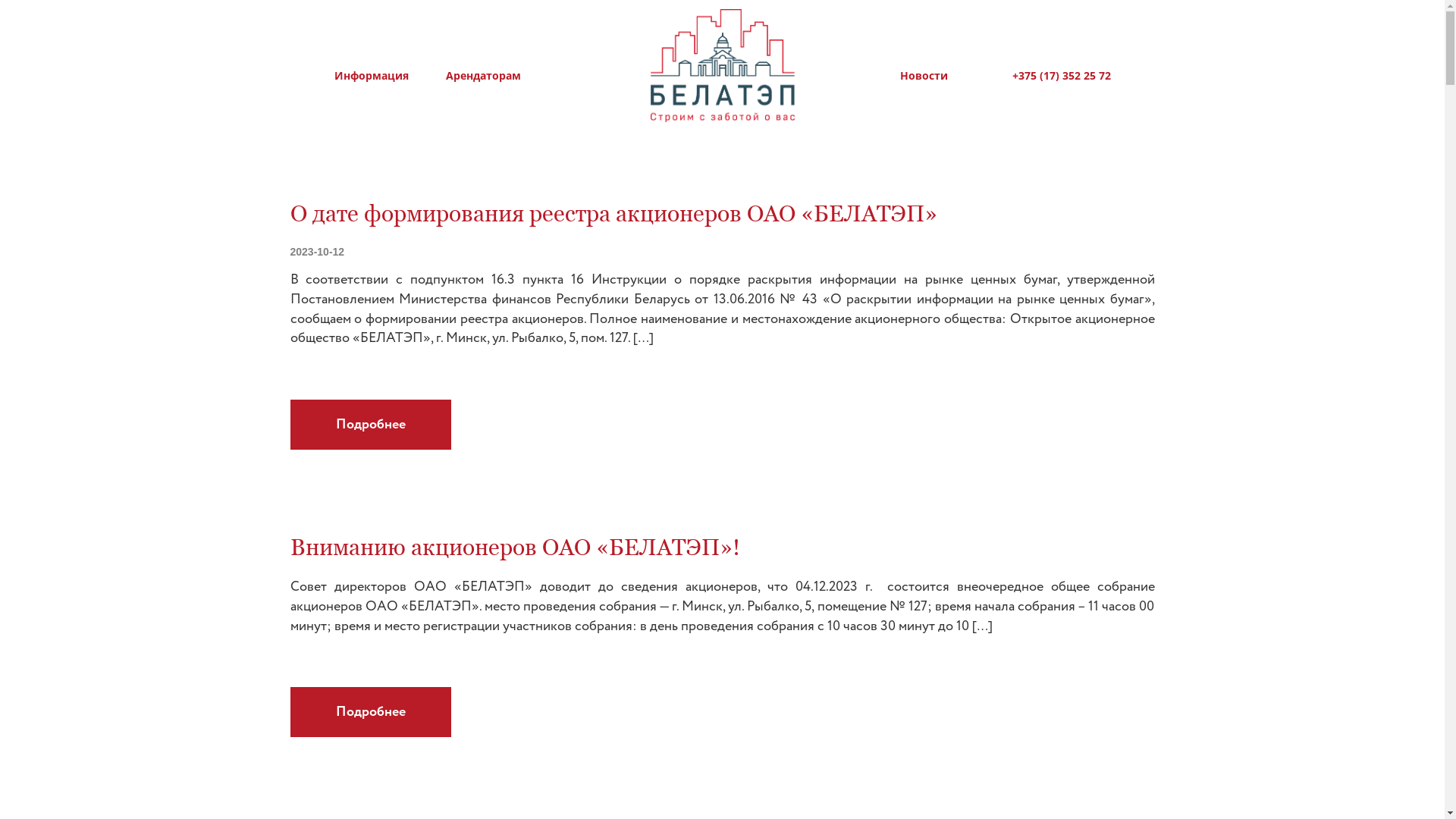 This screenshot has height=819, width=1456. What do you see at coordinates (1047, 76) in the screenshot?
I see `'+375 (17) 352 25 72'` at bounding box center [1047, 76].